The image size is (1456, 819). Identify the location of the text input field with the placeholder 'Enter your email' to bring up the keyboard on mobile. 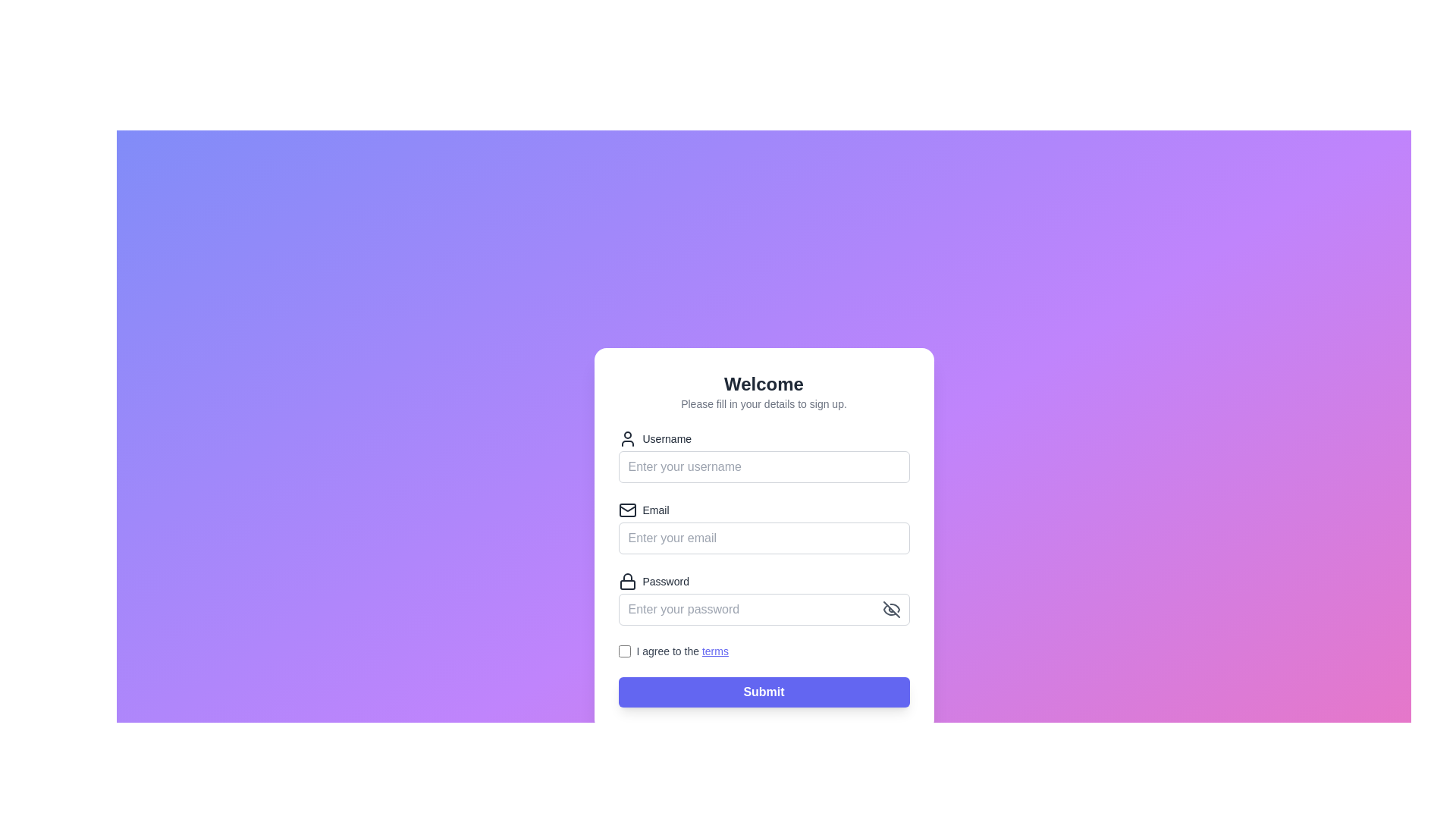
(764, 537).